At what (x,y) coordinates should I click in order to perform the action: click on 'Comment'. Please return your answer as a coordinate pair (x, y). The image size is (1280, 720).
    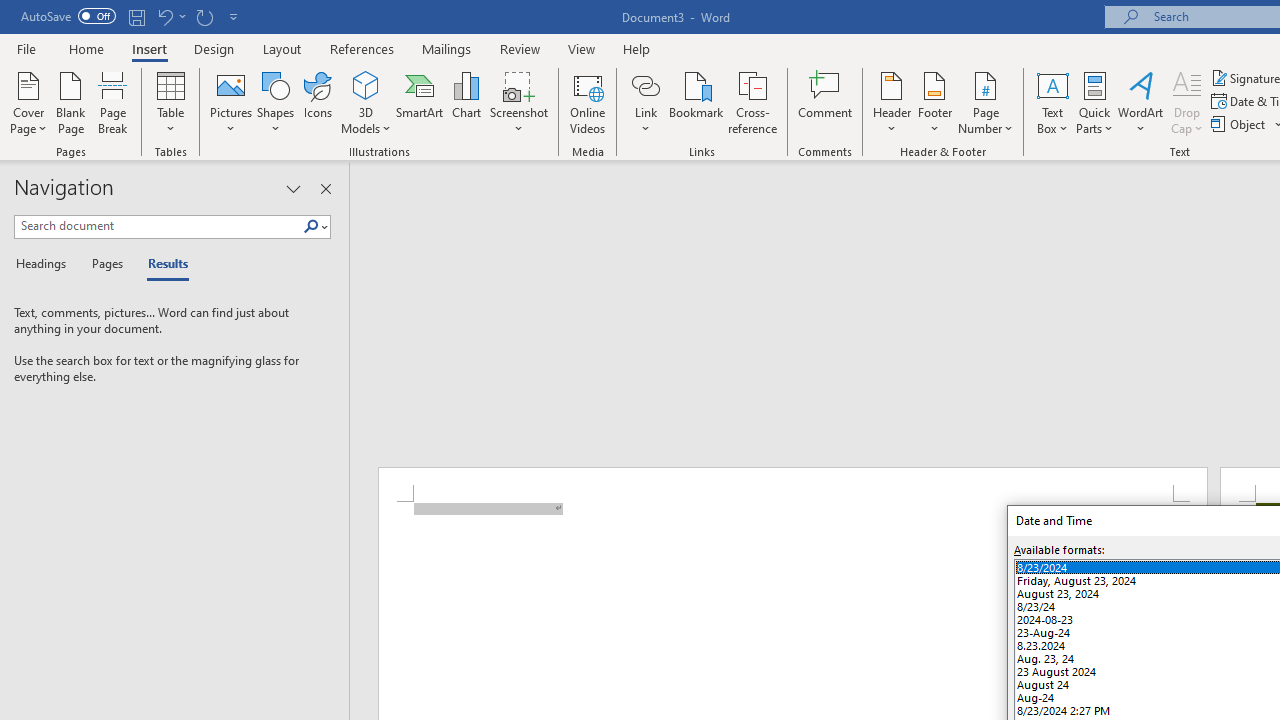
    Looking at the image, I should click on (825, 103).